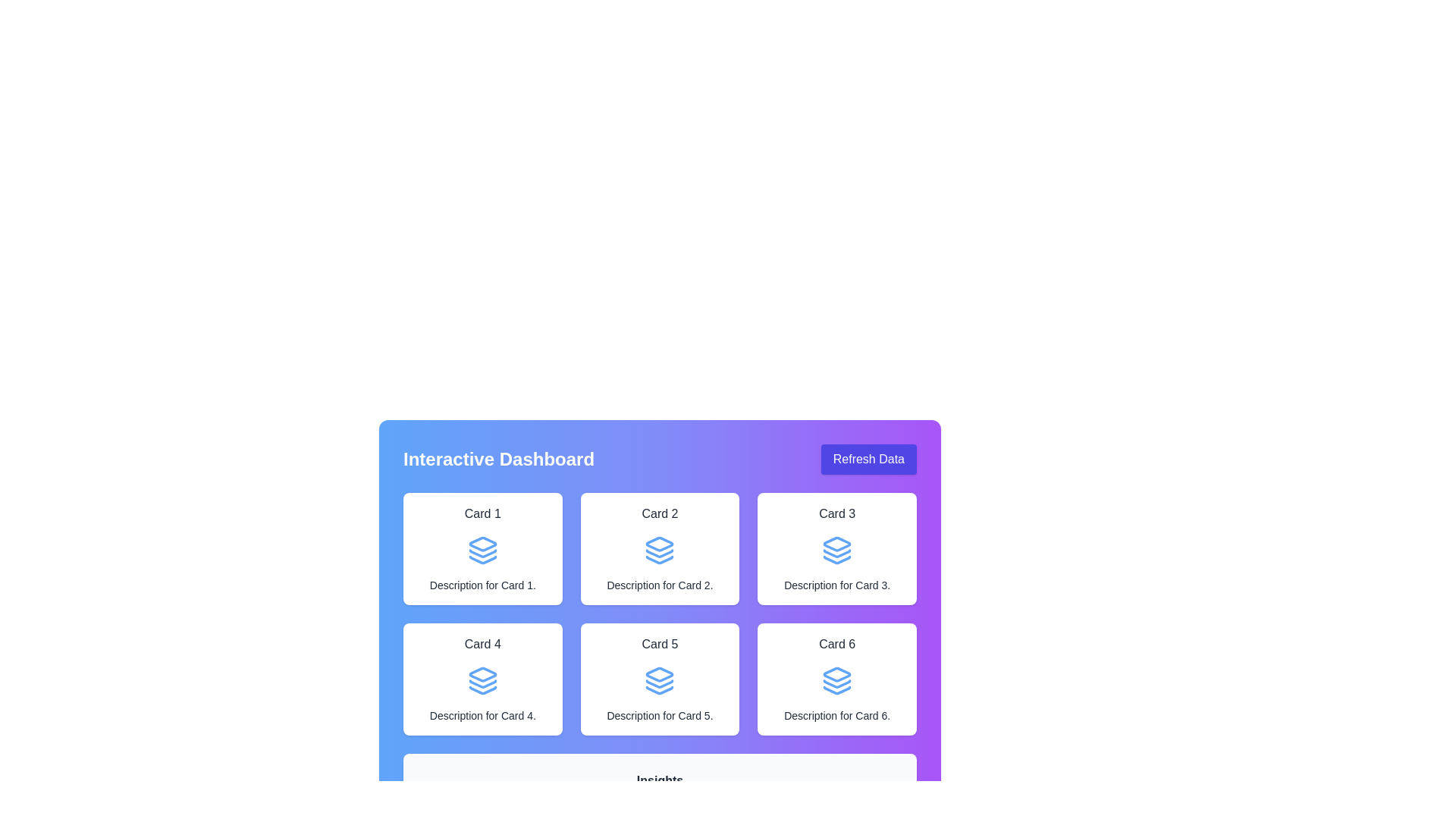  Describe the element at coordinates (659, 543) in the screenshot. I see `the icon representing the second card in the dashboard` at that location.